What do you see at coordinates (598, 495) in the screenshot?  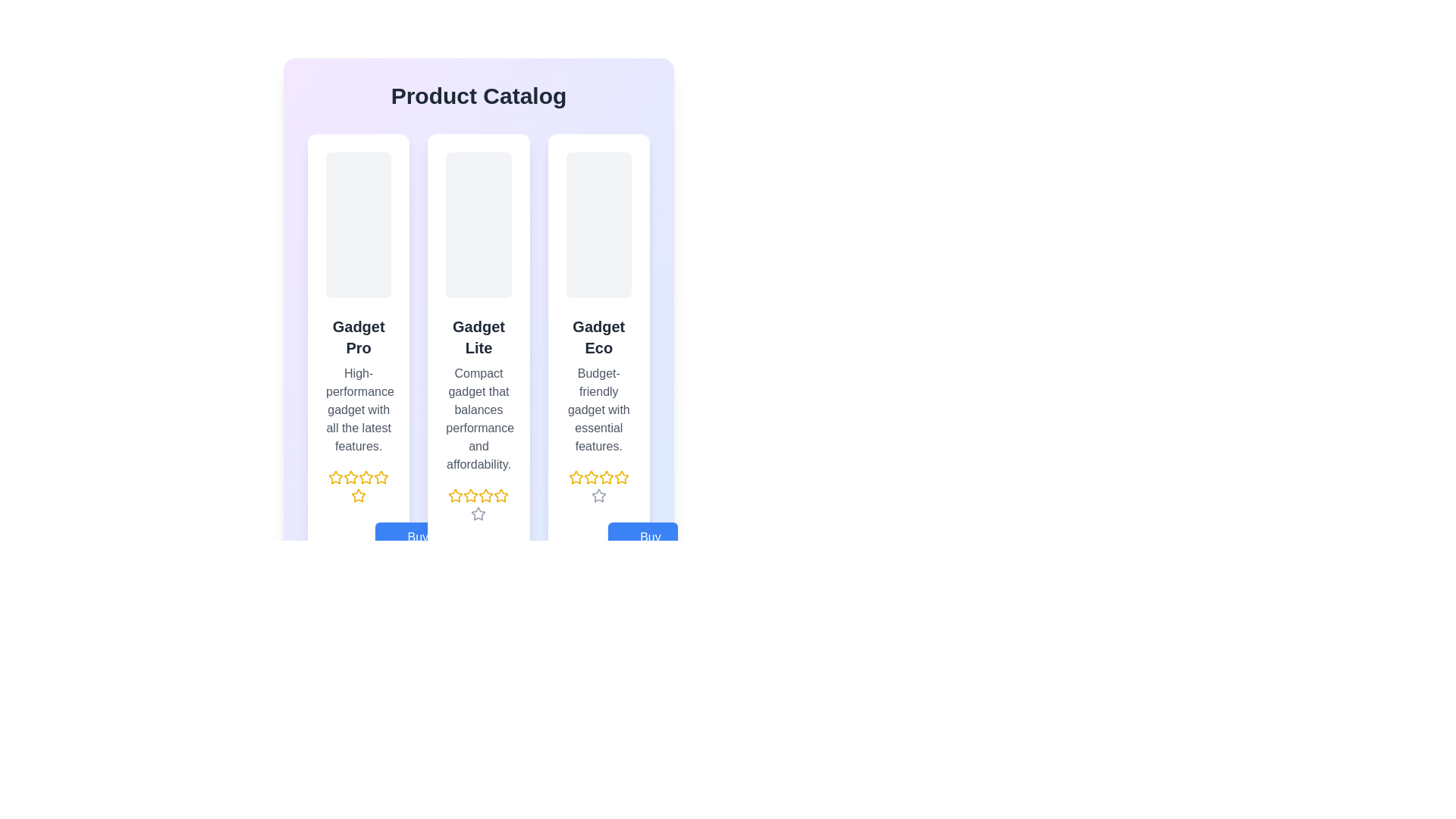 I see `the unselected star icon in the third product column under 'Gadget Eco'` at bounding box center [598, 495].